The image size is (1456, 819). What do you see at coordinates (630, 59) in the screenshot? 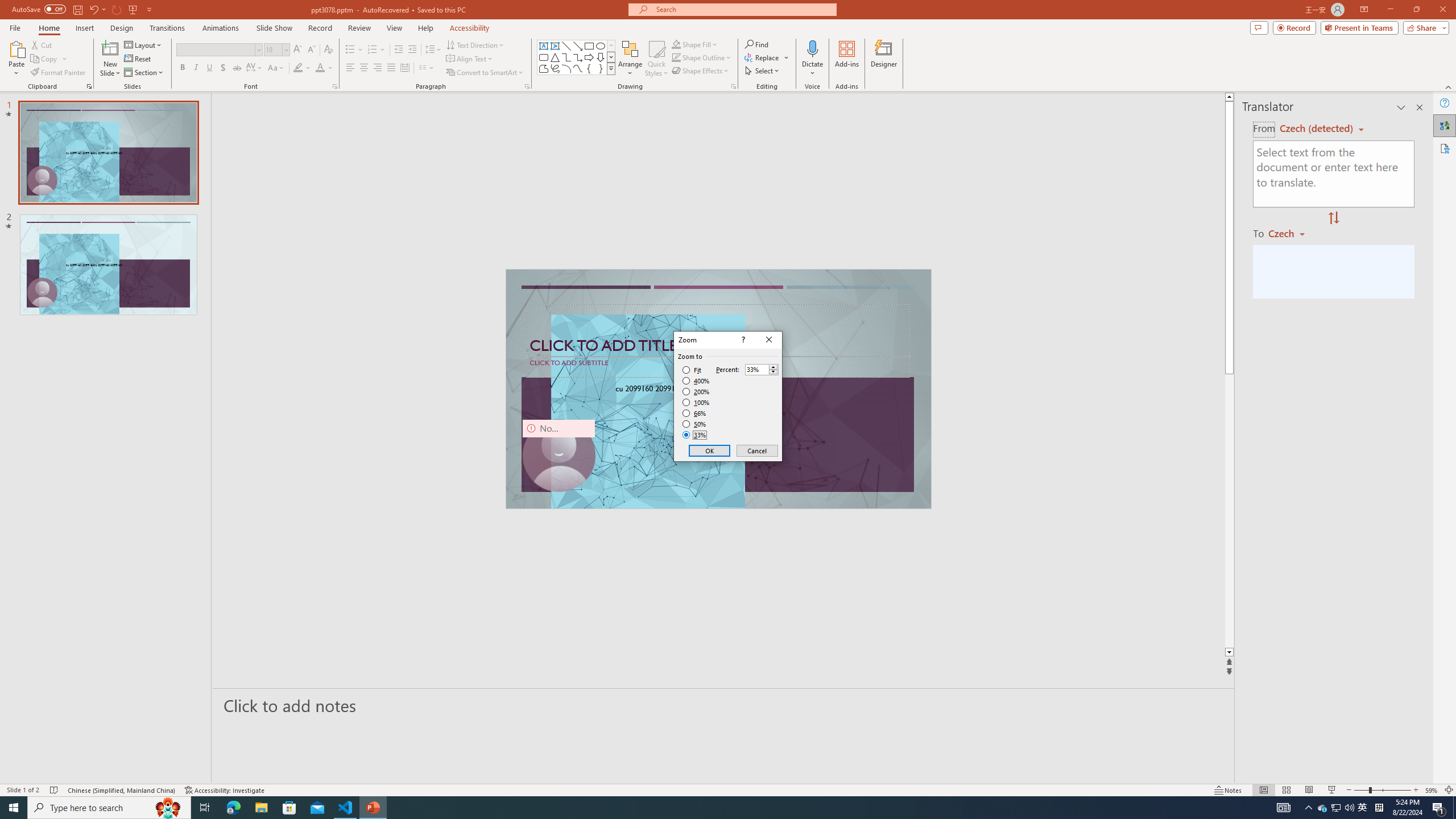
I see `'Arrange'` at bounding box center [630, 59].